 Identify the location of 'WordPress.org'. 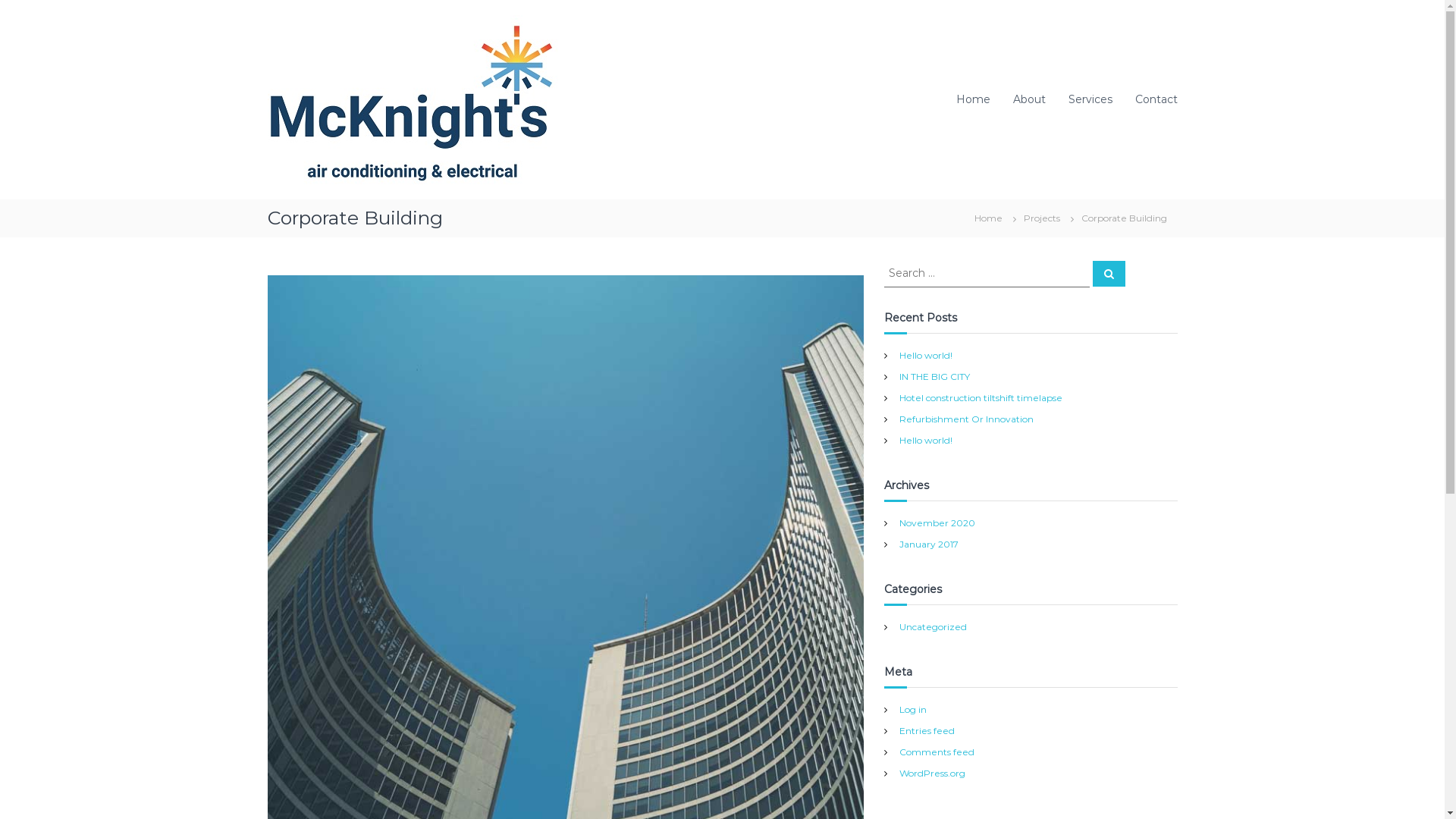
(931, 773).